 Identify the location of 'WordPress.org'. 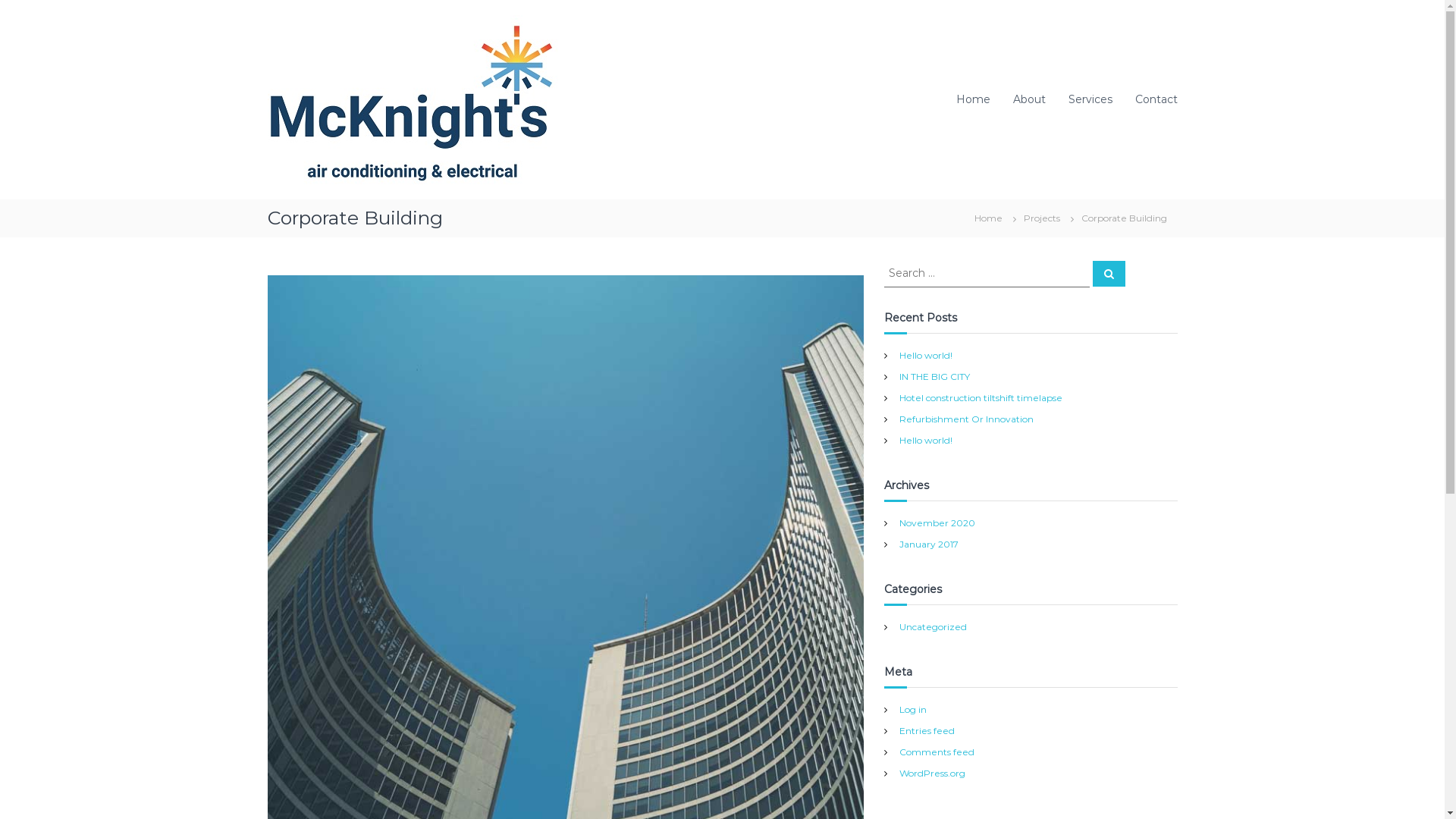
(931, 773).